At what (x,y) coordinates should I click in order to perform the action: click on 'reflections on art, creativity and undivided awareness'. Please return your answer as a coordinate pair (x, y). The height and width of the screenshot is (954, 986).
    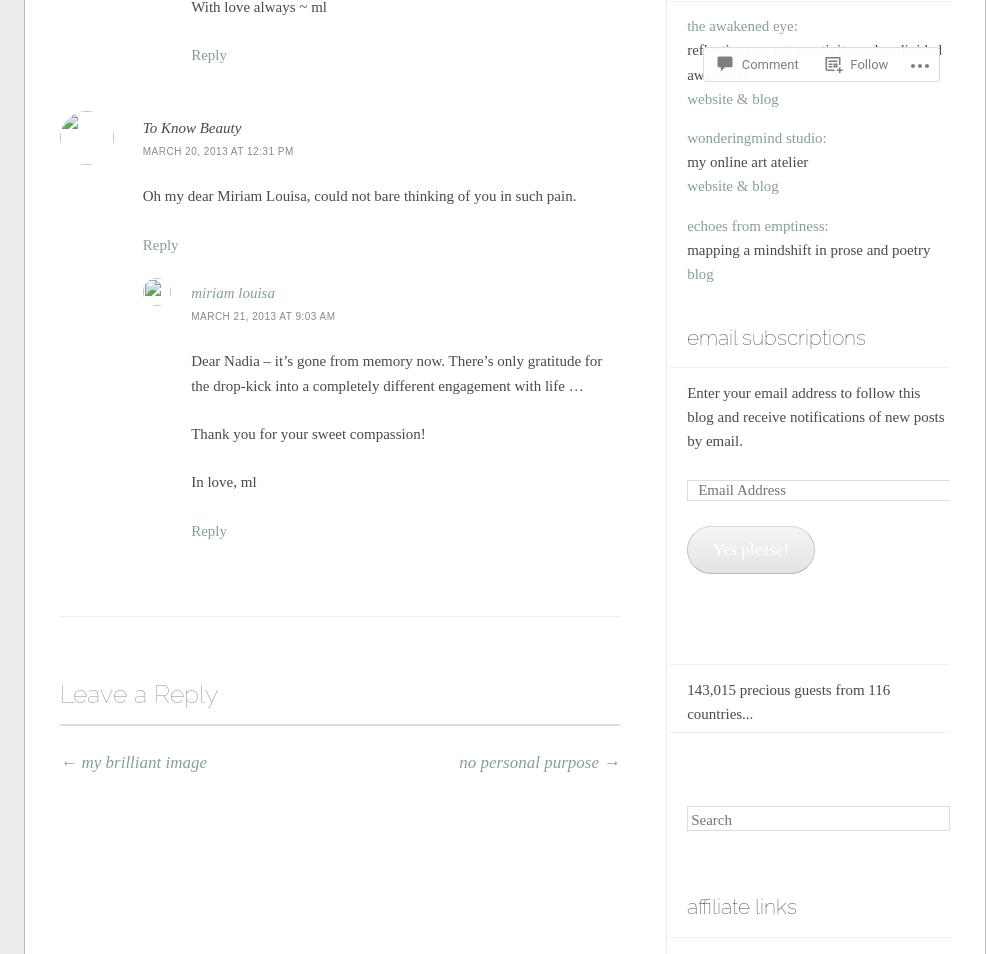
    Looking at the image, I should click on (814, 61).